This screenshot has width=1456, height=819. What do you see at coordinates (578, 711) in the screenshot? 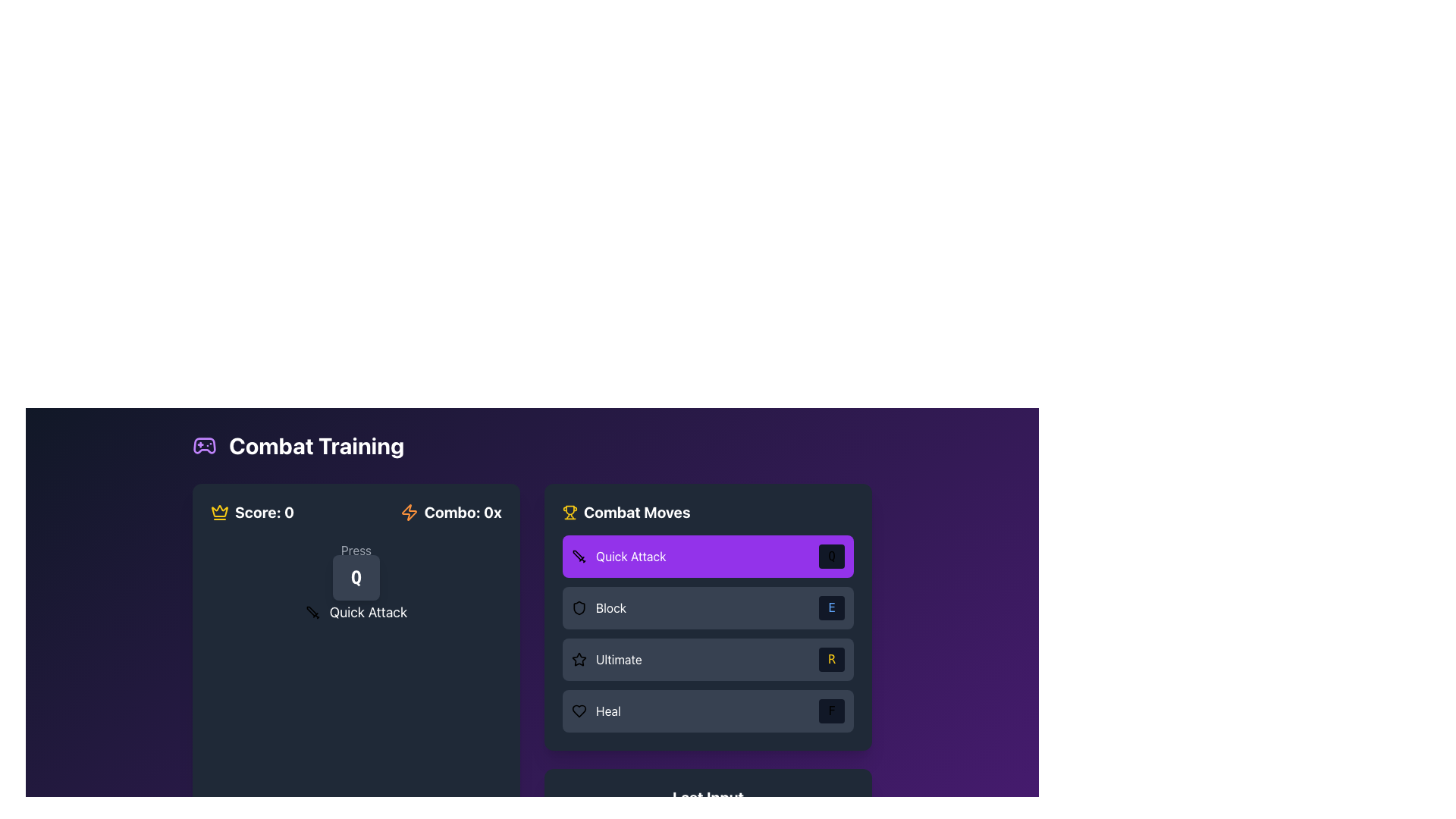
I see `the heart-shaped icon with a black outline located in the 'Combat Moves' section near the 'Heal' action` at bounding box center [578, 711].